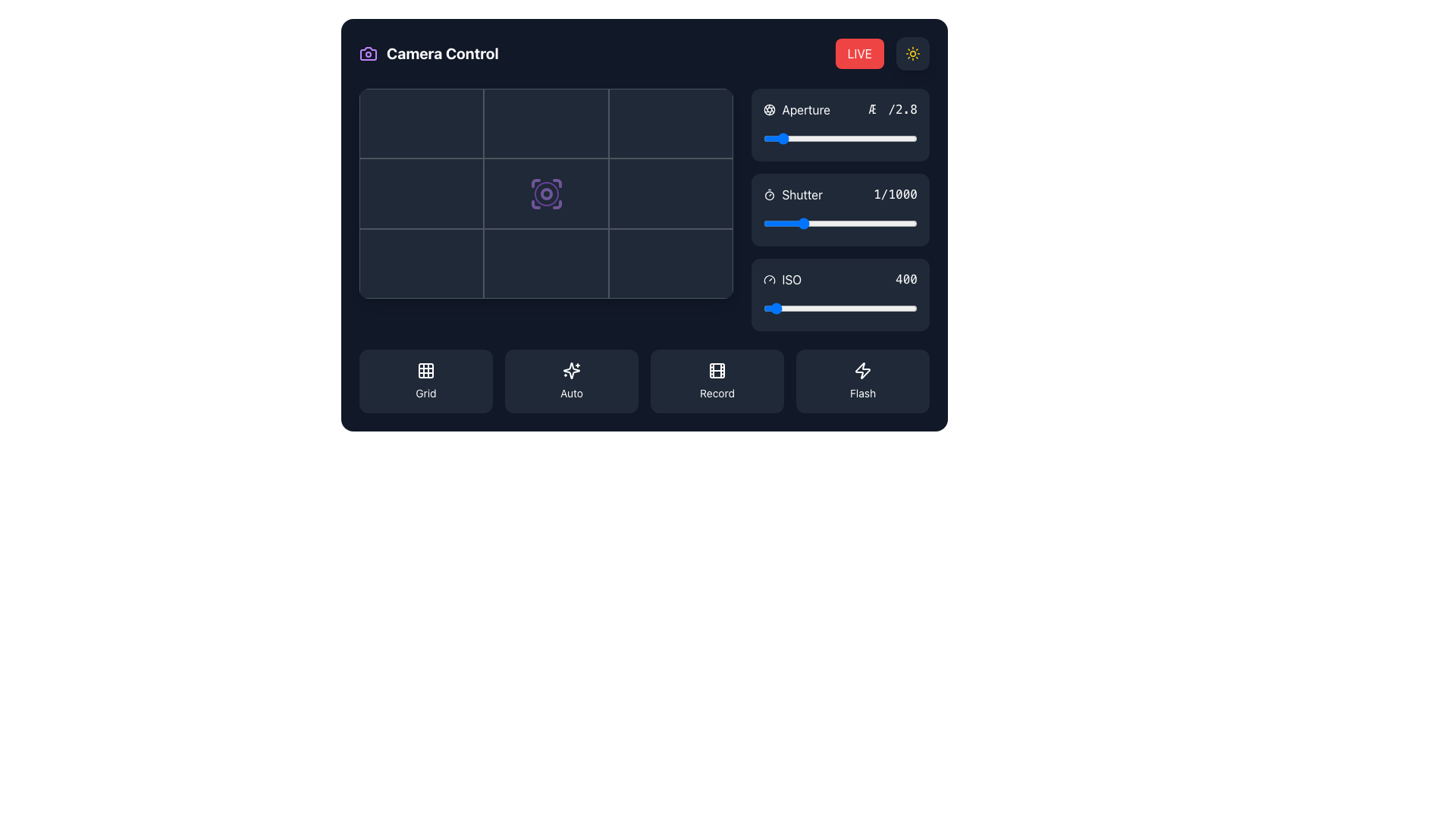 The height and width of the screenshot is (819, 1456). What do you see at coordinates (783, 280) in the screenshot?
I see `the label with icon indicating ISO settings, positioned before the numeric value '400' and the associated slider in the camera control interface` at bounding box center [783, 280].